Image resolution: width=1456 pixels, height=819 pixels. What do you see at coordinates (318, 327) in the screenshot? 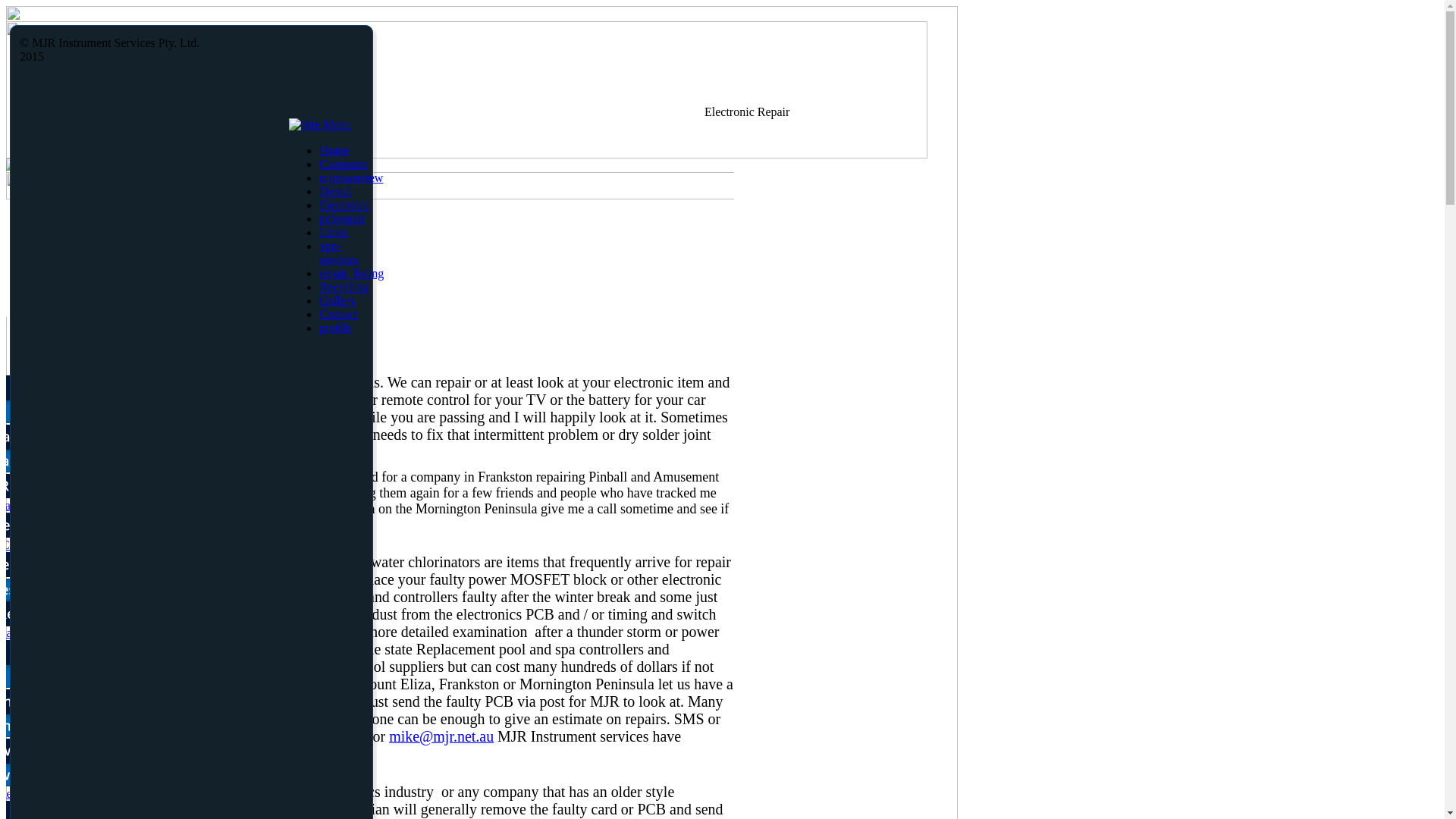
I see `'profile'` at bounding box center [318, 327].